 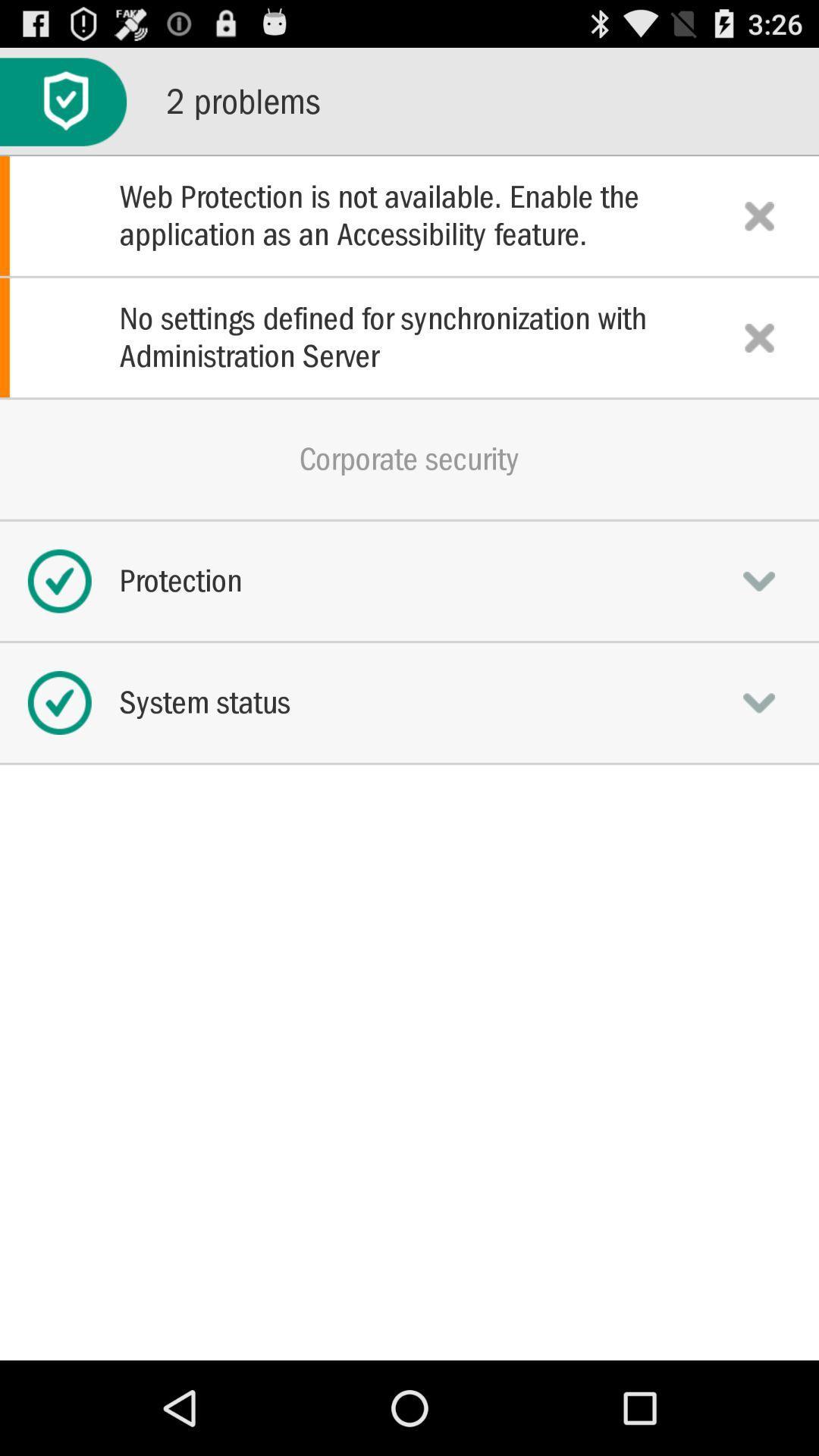 What do you see at coordinates (62, 101) in the screenshot?
I see `expand a list of problems` at bounding box center [62, 101].